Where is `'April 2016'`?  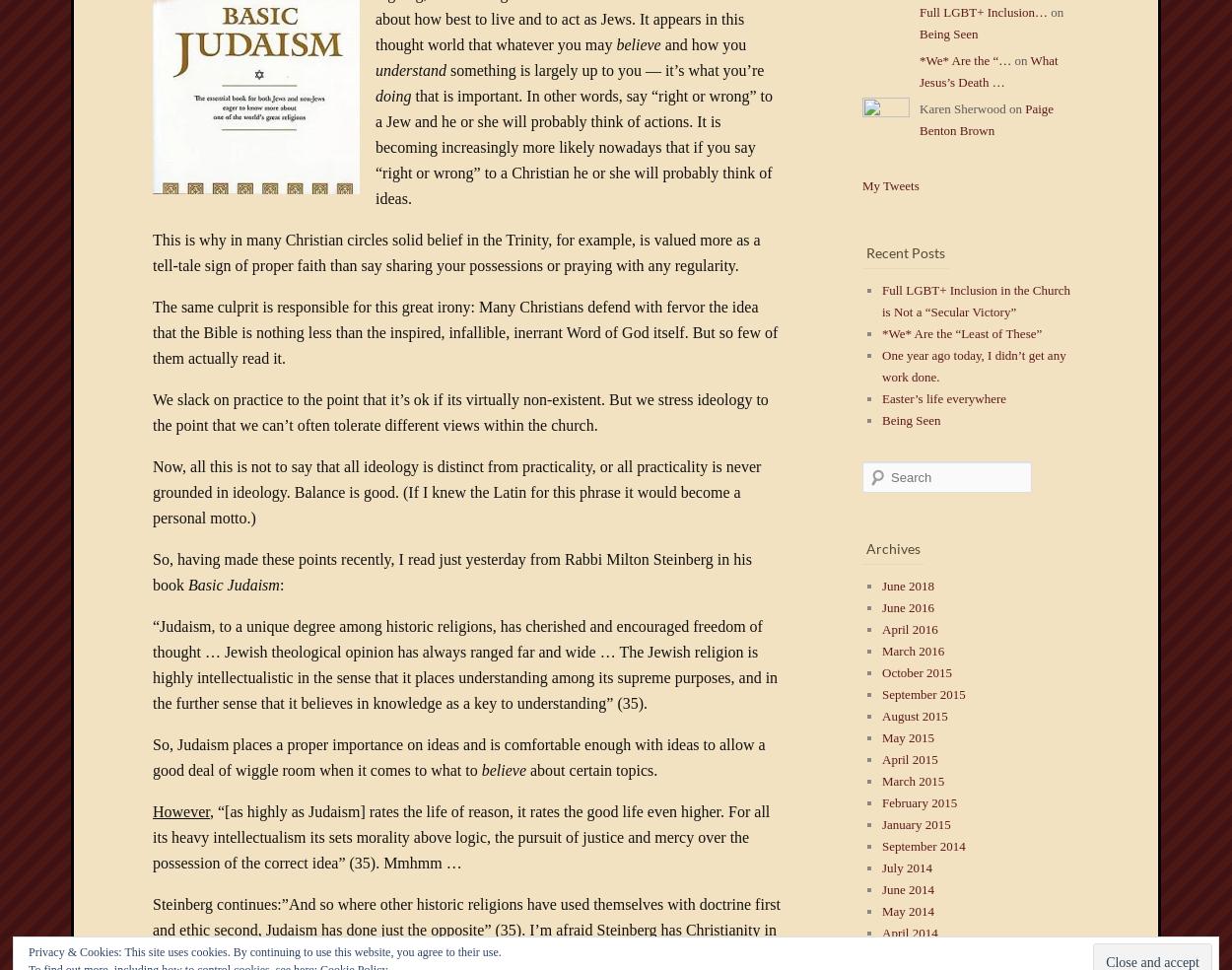
'April 2016' is located at coordinates (909, 629).